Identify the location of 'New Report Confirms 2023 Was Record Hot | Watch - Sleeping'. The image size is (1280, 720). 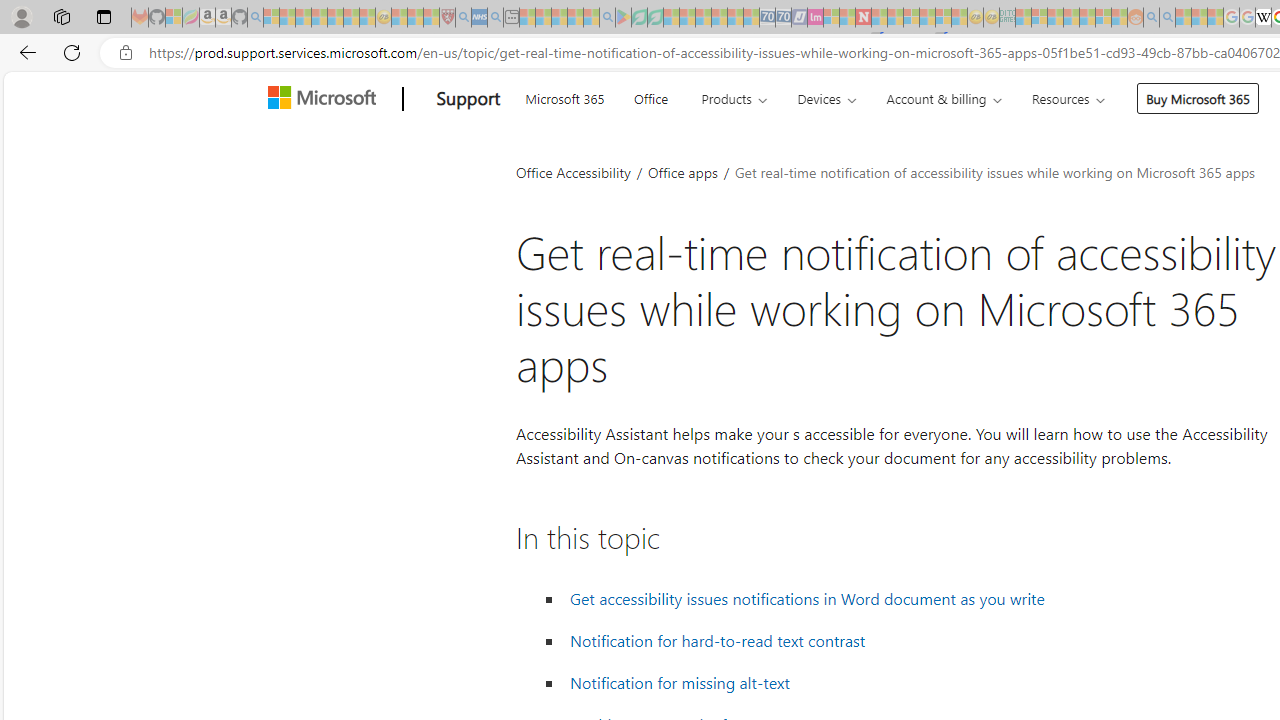
(335, 17).